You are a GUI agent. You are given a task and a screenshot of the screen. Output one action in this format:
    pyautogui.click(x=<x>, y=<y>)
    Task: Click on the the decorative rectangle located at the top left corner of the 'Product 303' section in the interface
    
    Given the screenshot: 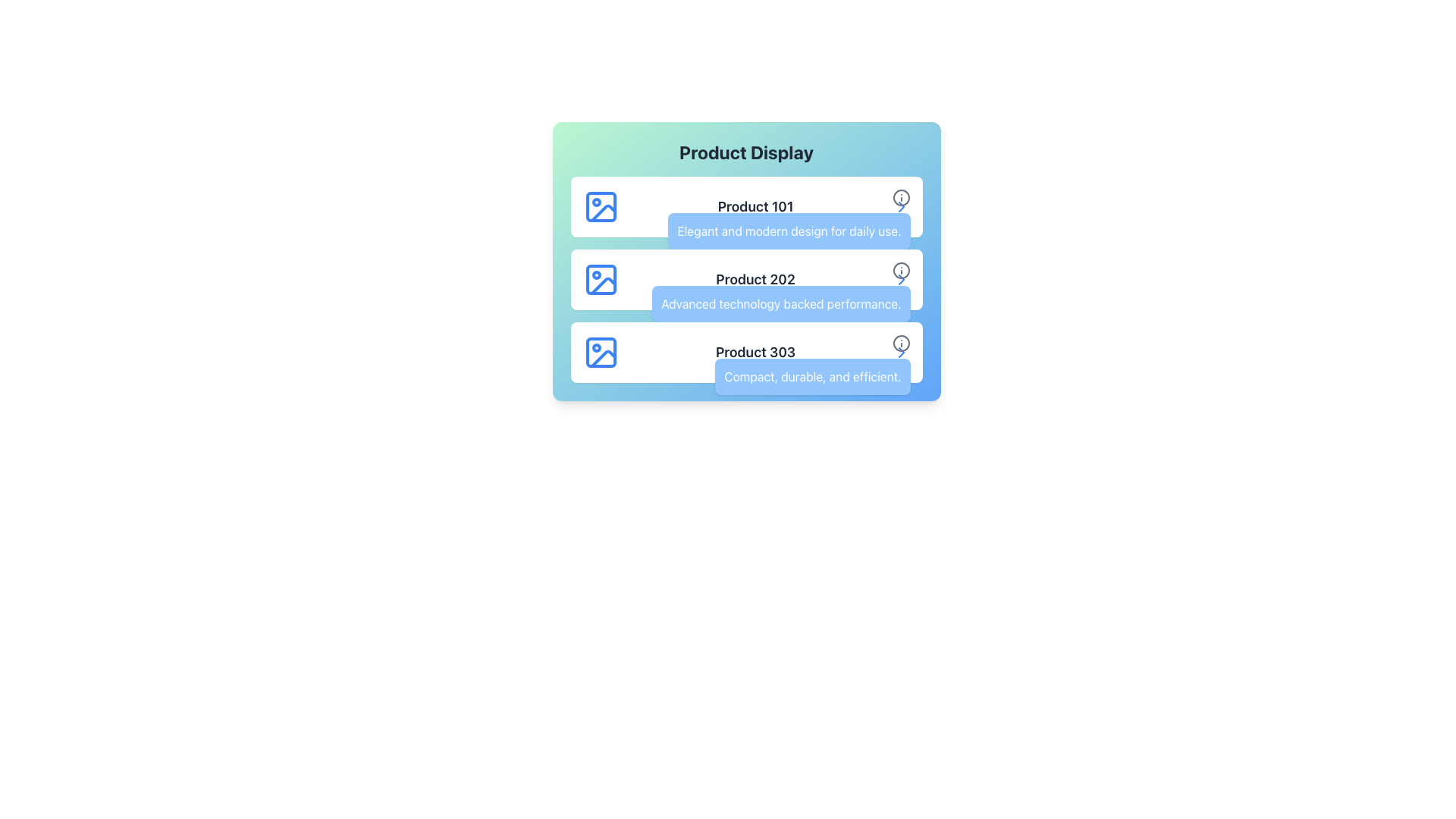 What is the action you would take?
    pyautogui.click(x=600, y=353)
    